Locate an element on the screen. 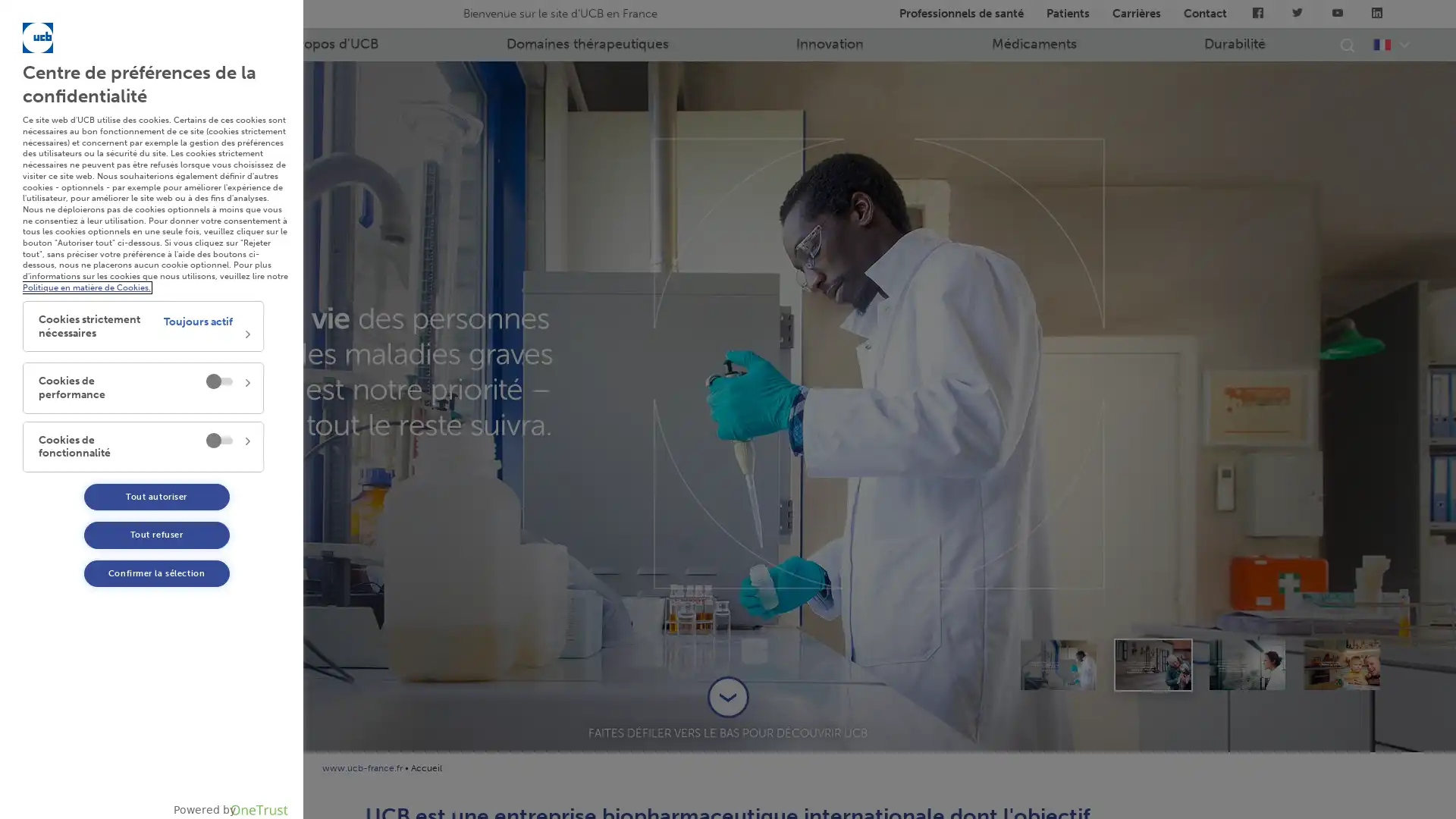  Cookies de fonctionnalite is located at coordinates (143, 445).